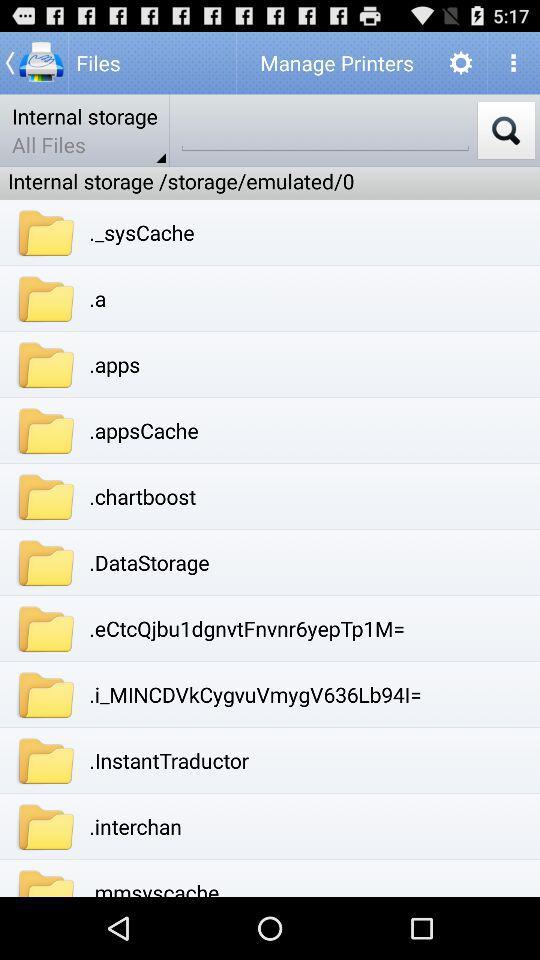  What do you see at coordinates (255, 694) in the screenshot?
I see `app below the .ectcqjbu1dgnvtfnvnr6yeptp1m=` at bounding box center [255, 694].